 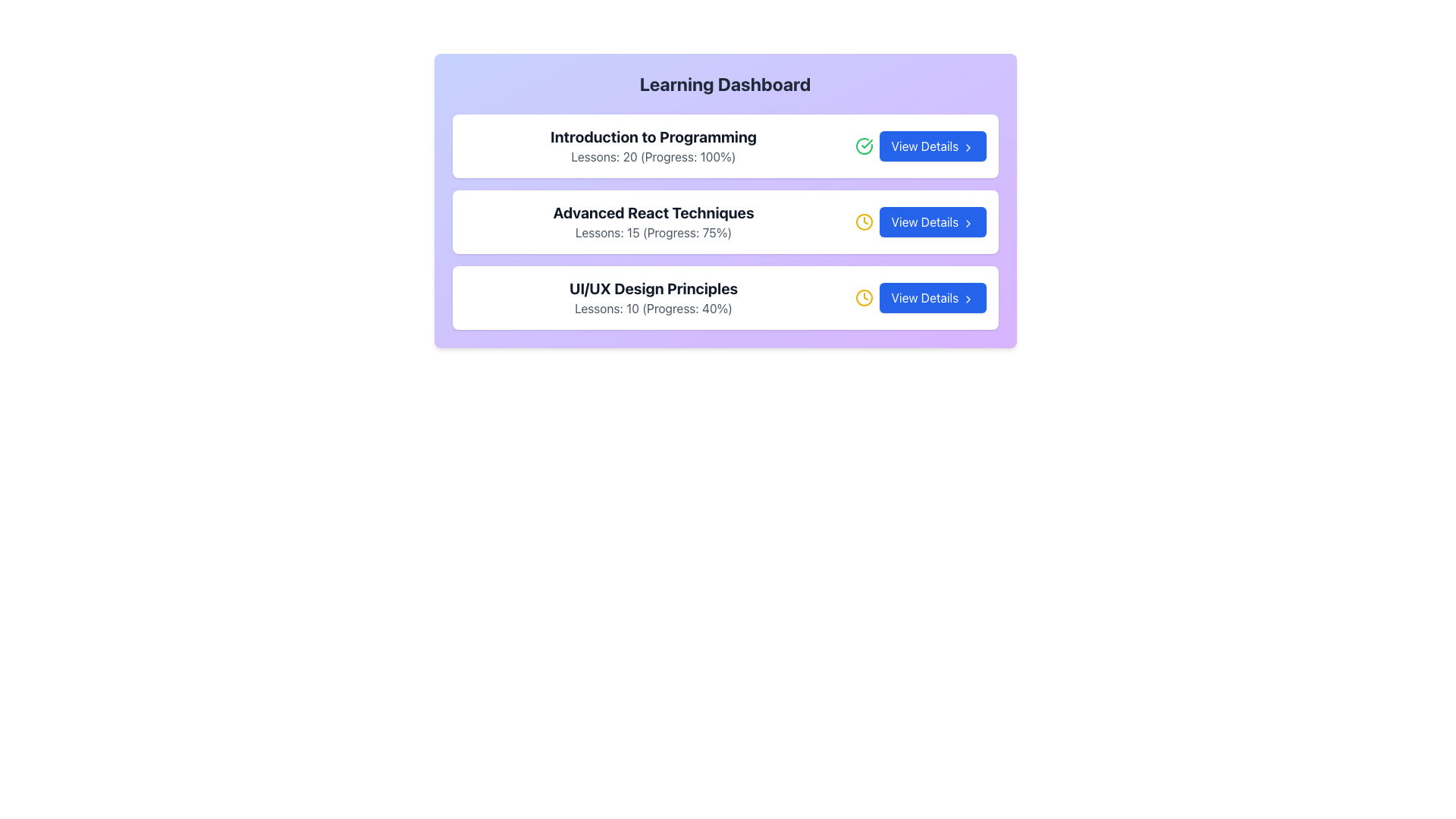 I want to click on the completion status icon located in the topmost item of the list under the 'Learning Dashboard' heading, to the left of the blue 'View Details' button, so click(x=864, y=146).